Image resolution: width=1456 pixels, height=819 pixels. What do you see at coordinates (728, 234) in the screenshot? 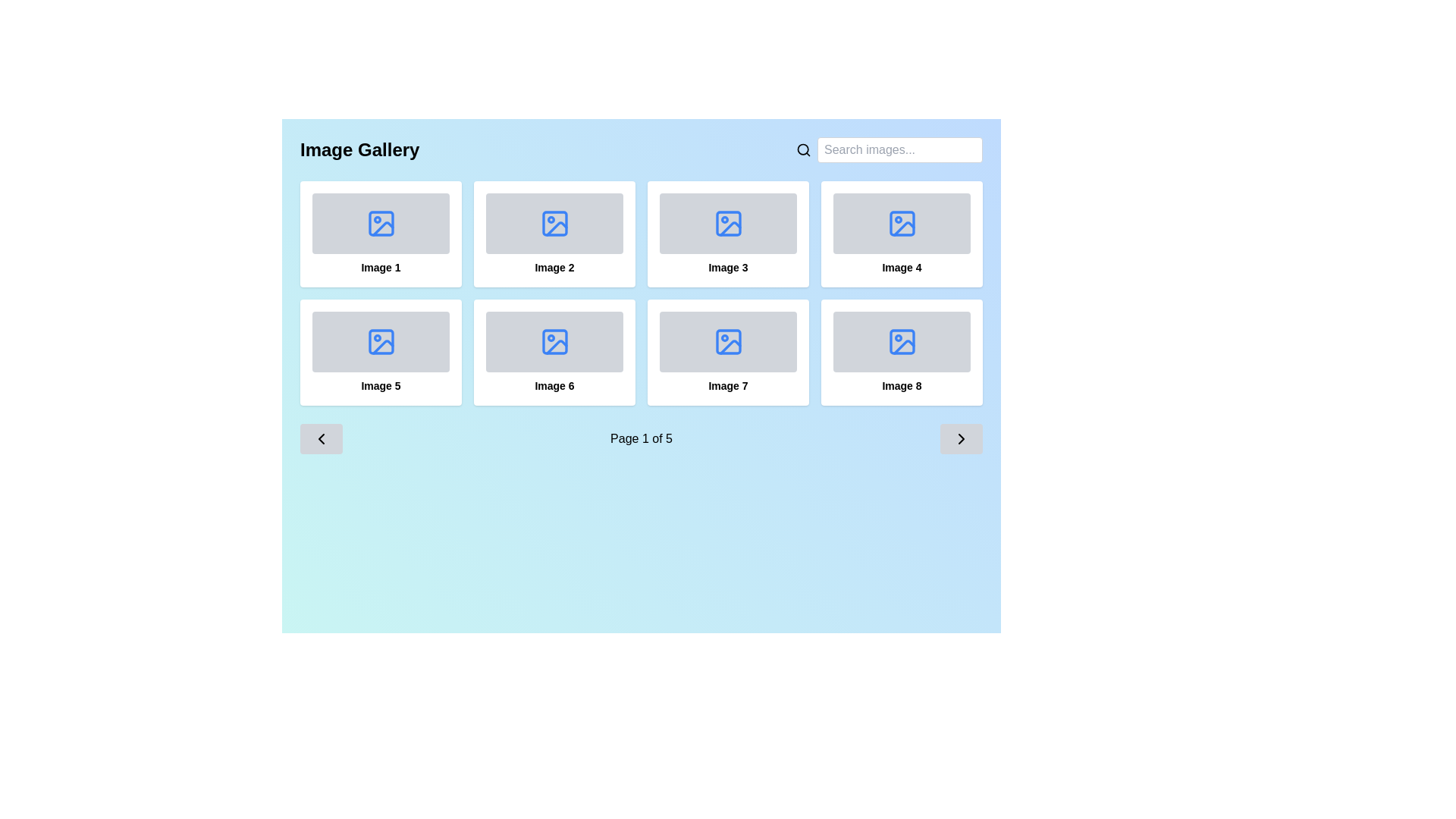
I see `the clickable card labeled 'Image 3' located in the third column of the first row of a 2x4 grid layout` at bounding box center [728, 234].